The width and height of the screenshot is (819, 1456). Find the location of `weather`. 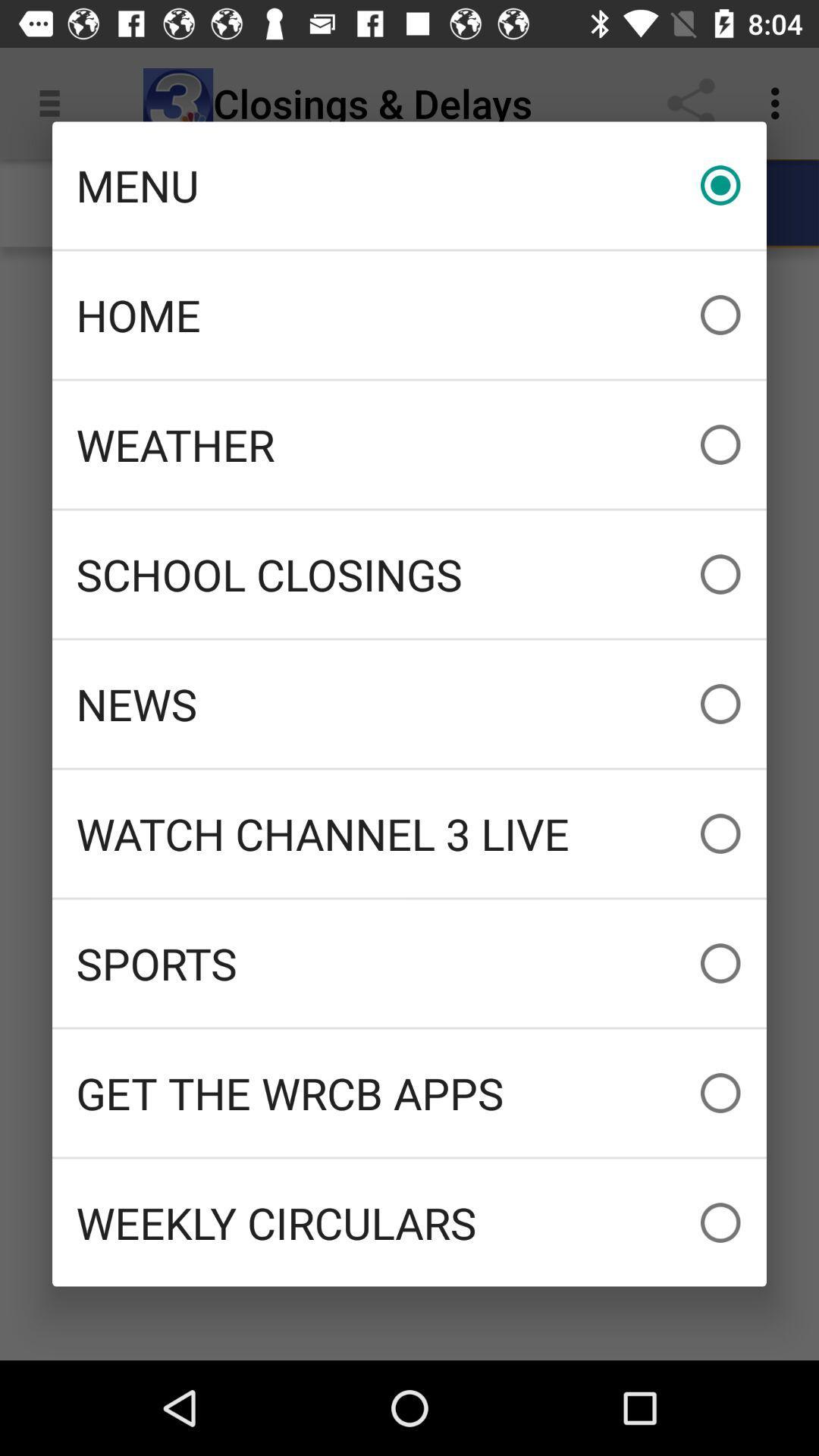

weather is located at coordinates (409, 444).